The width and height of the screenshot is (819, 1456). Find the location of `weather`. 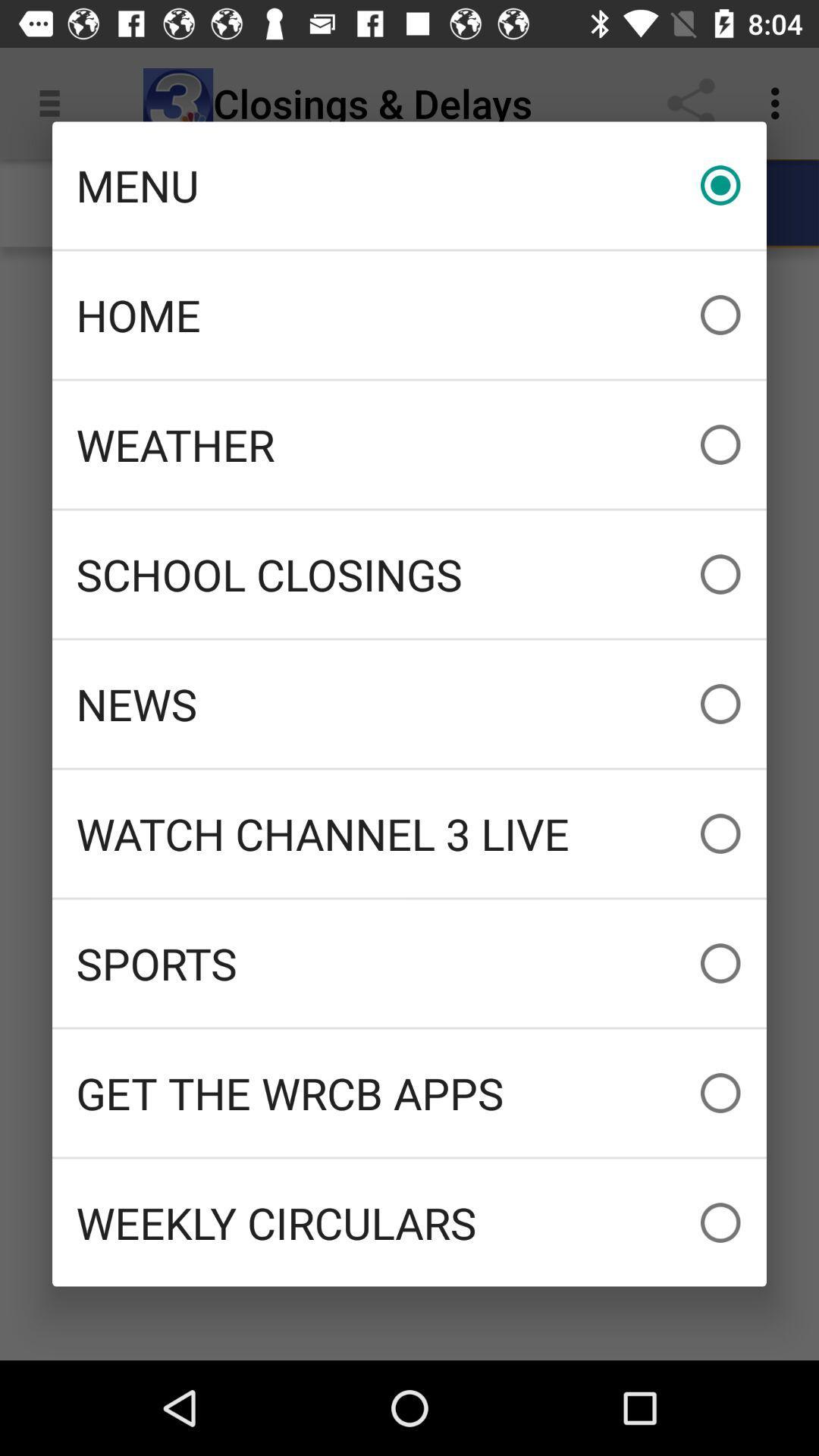

weather is located at coordinates (409, 444).